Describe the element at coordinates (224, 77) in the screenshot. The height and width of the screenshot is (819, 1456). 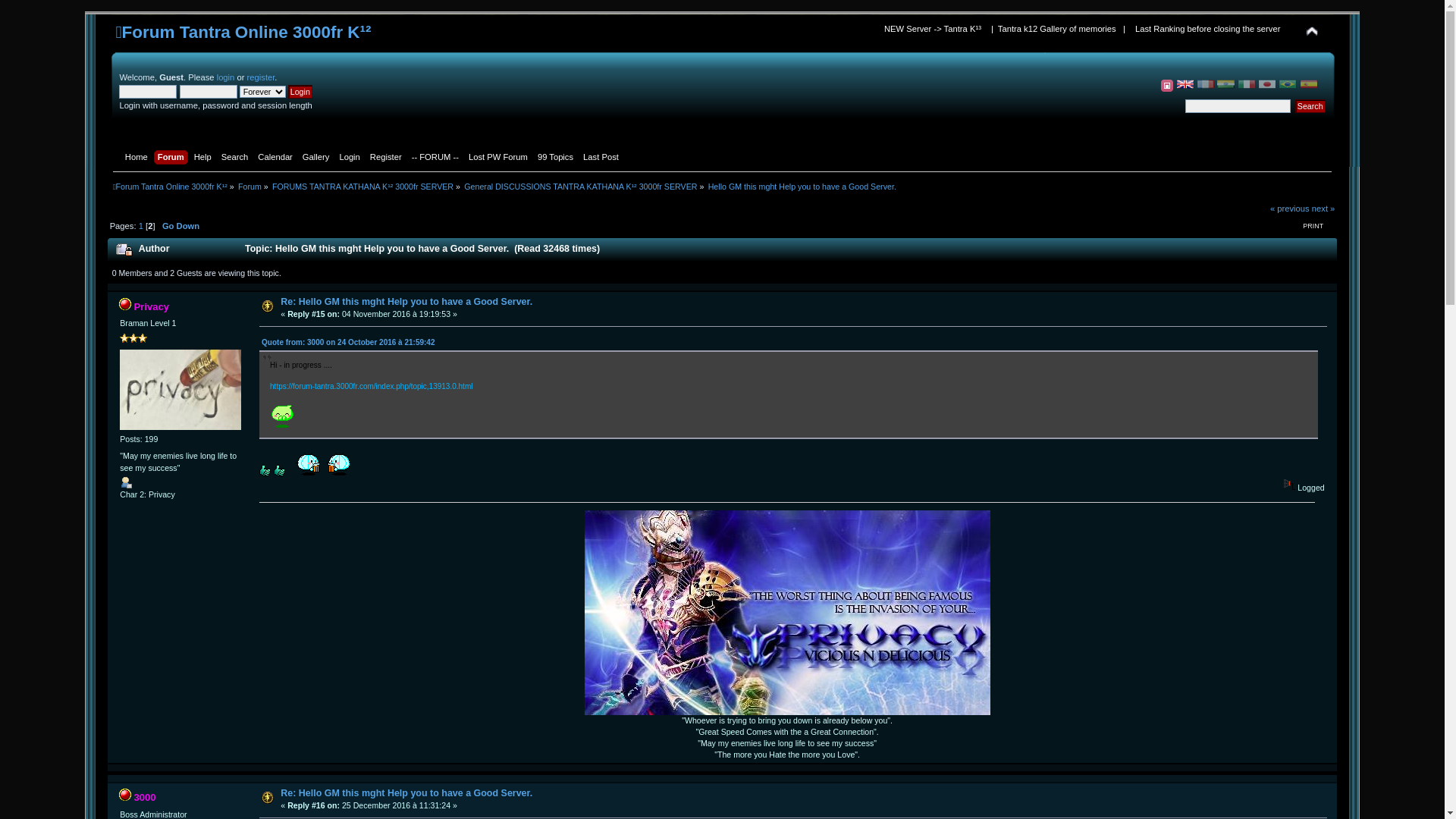
I see `'login'` at that location.